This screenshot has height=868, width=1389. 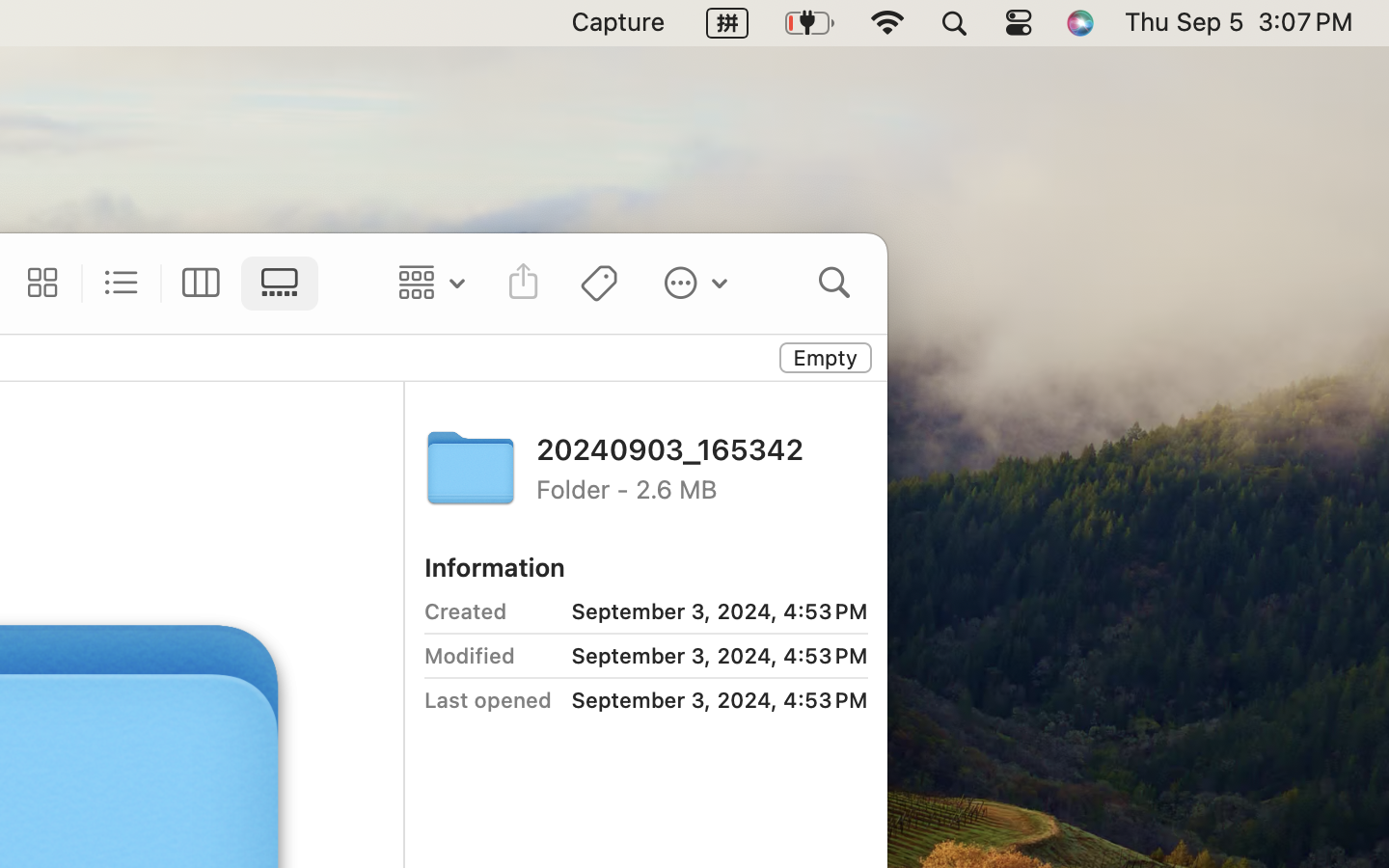 I want to click on '20240903_165342', so click(x=701, y=447).